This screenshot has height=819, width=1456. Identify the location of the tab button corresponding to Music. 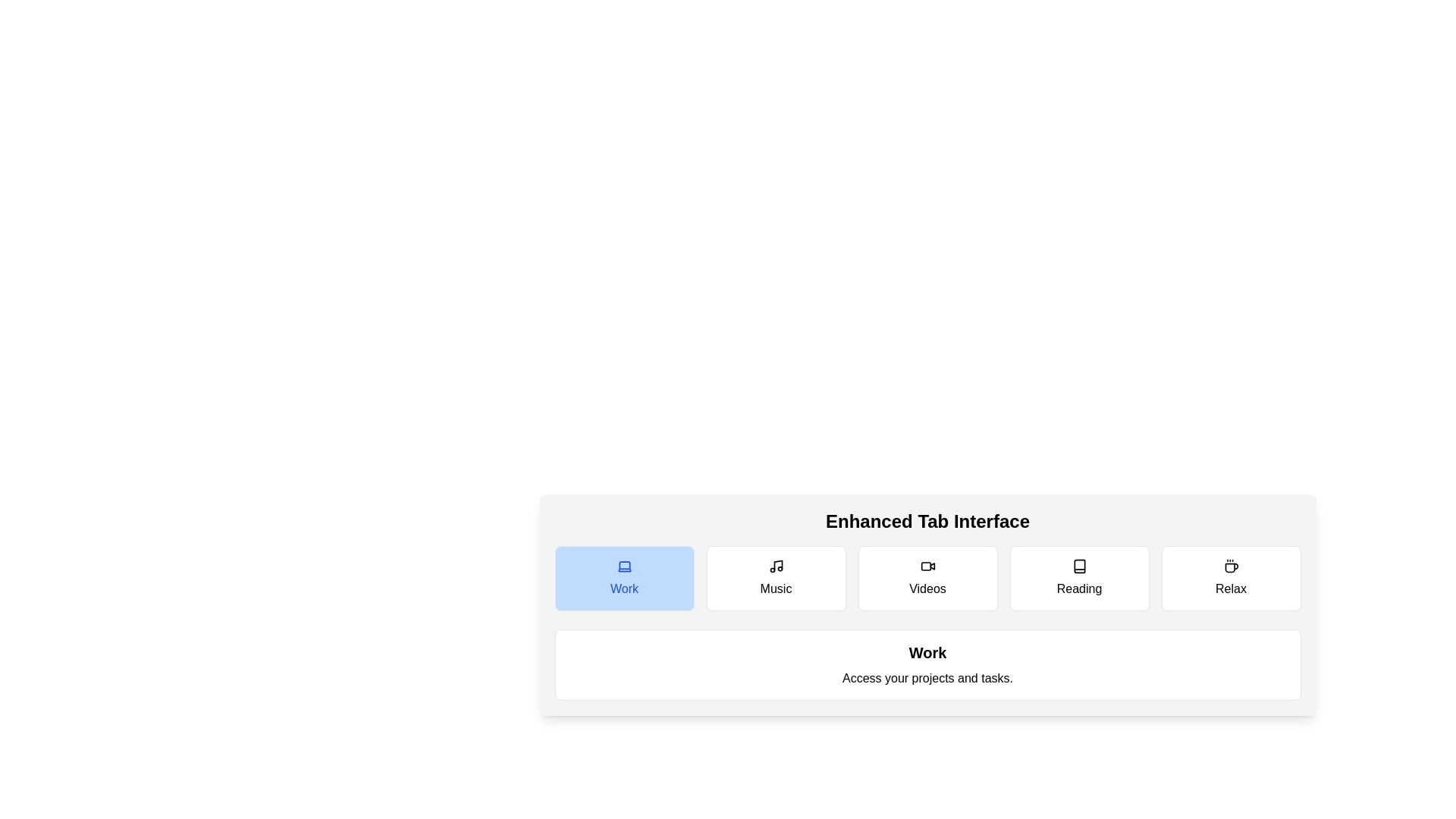
(776, 579).